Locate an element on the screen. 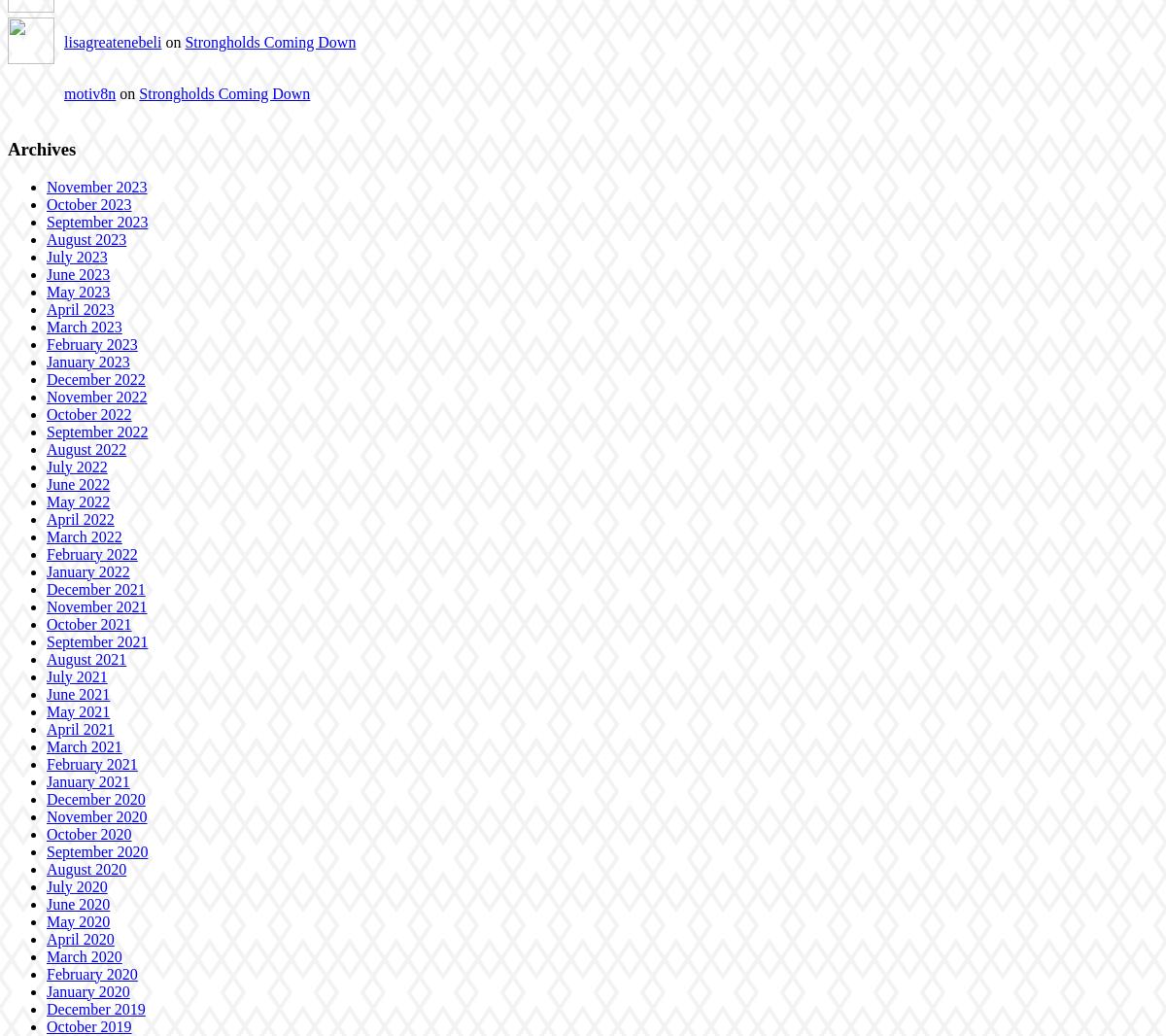 This screenshot has width=1166, height=1036. 'April 2023' is located at coordinates (47, 308).